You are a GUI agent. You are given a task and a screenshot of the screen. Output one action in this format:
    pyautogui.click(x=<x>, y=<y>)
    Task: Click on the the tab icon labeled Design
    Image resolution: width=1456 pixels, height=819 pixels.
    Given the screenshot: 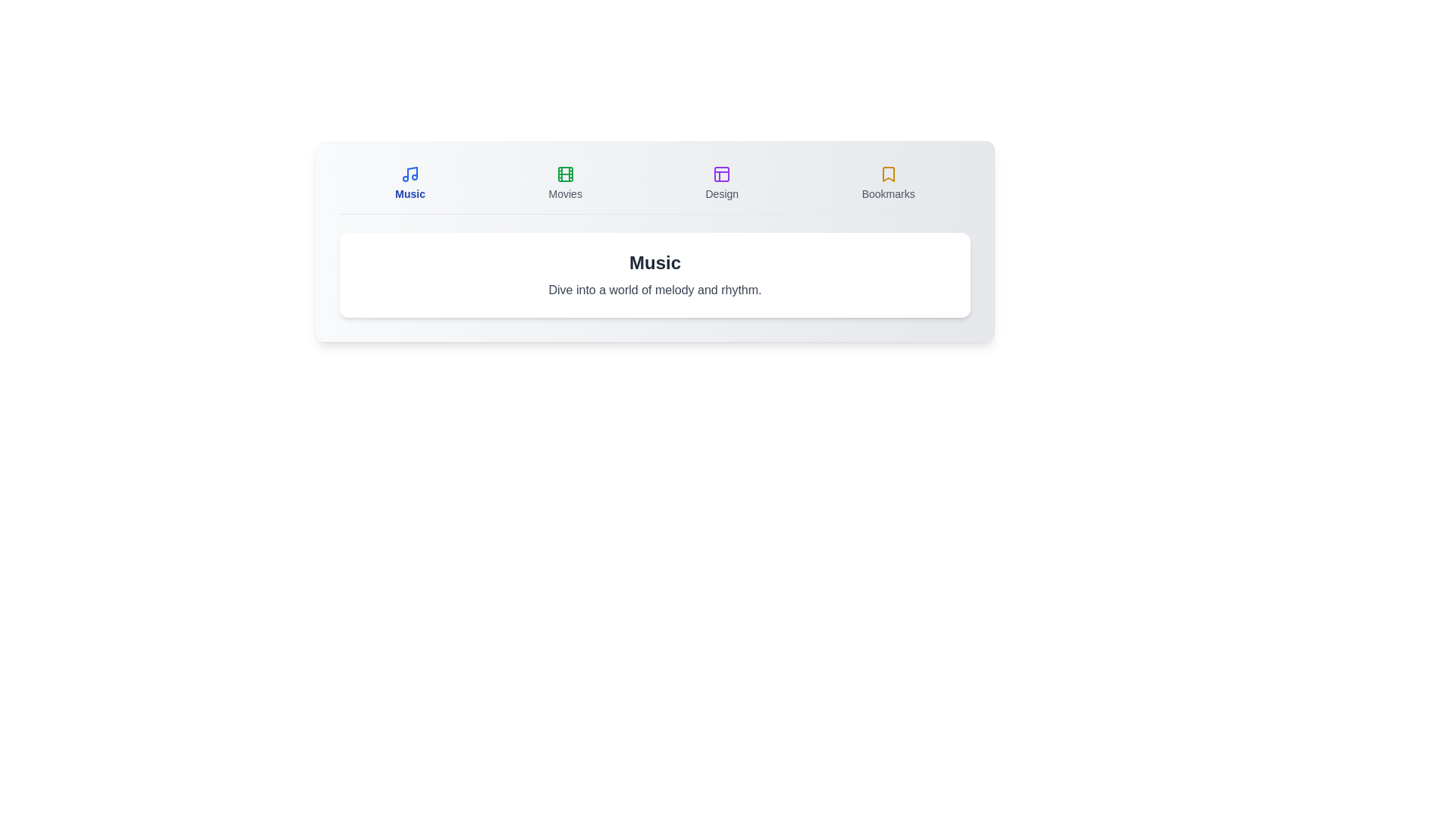 What is the action you would take?
    pyautogui.click(x=721, y=183)
    